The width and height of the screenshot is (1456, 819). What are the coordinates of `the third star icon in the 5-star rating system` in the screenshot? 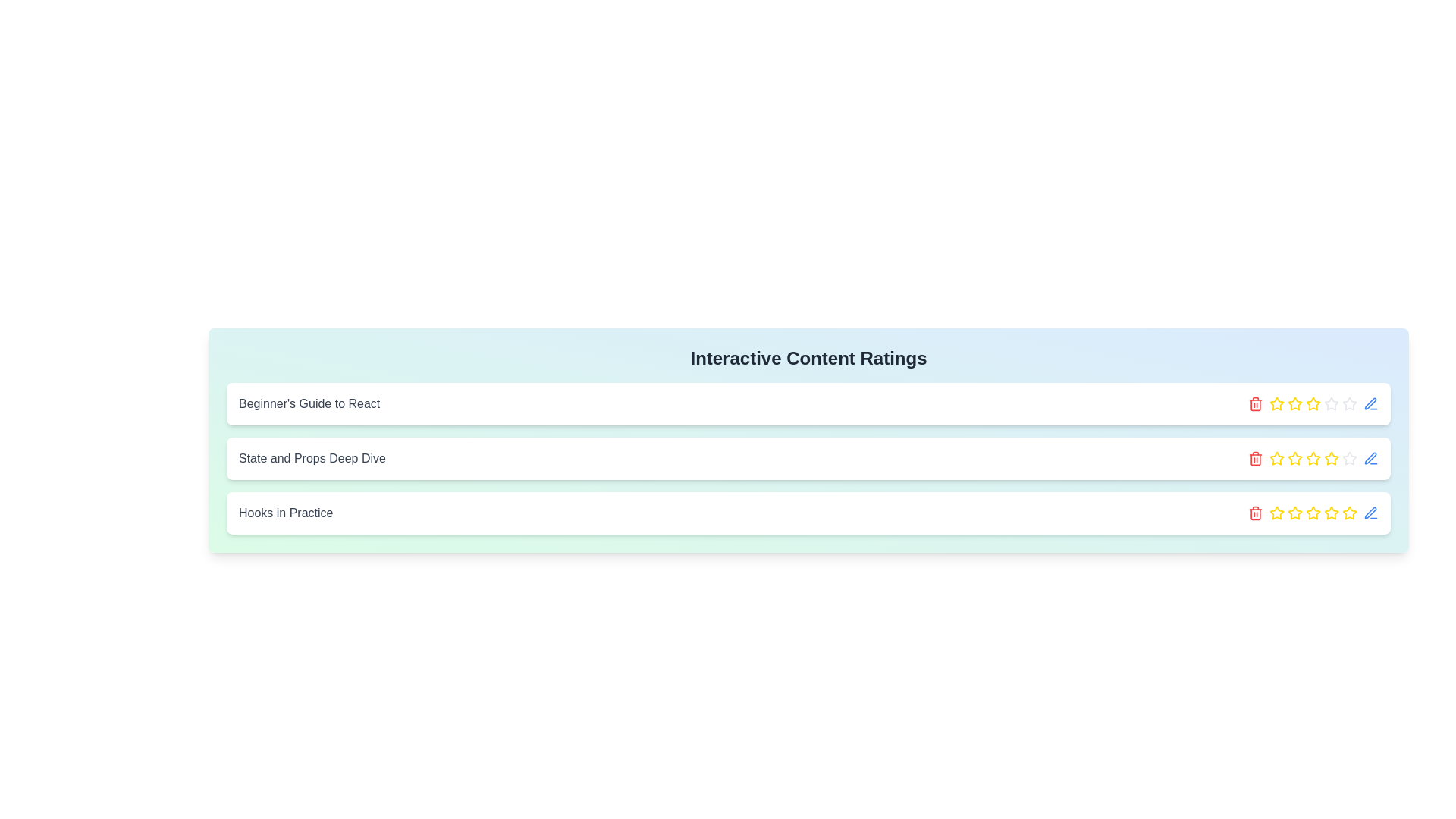 It's located at (1313, 513).